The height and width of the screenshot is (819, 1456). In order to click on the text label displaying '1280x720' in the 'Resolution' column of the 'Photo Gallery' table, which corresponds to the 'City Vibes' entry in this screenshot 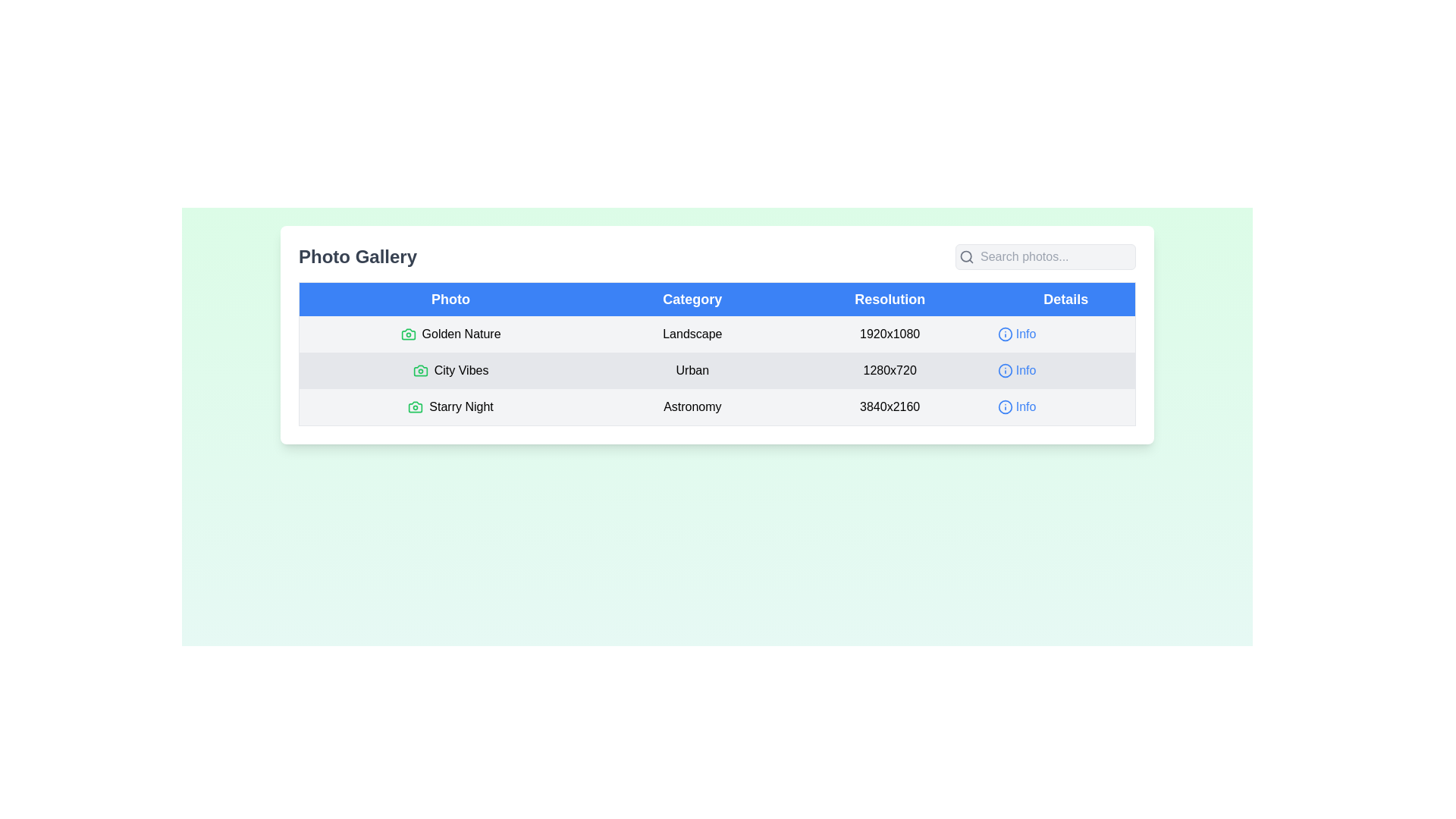, I will do `click(890, 371)`.